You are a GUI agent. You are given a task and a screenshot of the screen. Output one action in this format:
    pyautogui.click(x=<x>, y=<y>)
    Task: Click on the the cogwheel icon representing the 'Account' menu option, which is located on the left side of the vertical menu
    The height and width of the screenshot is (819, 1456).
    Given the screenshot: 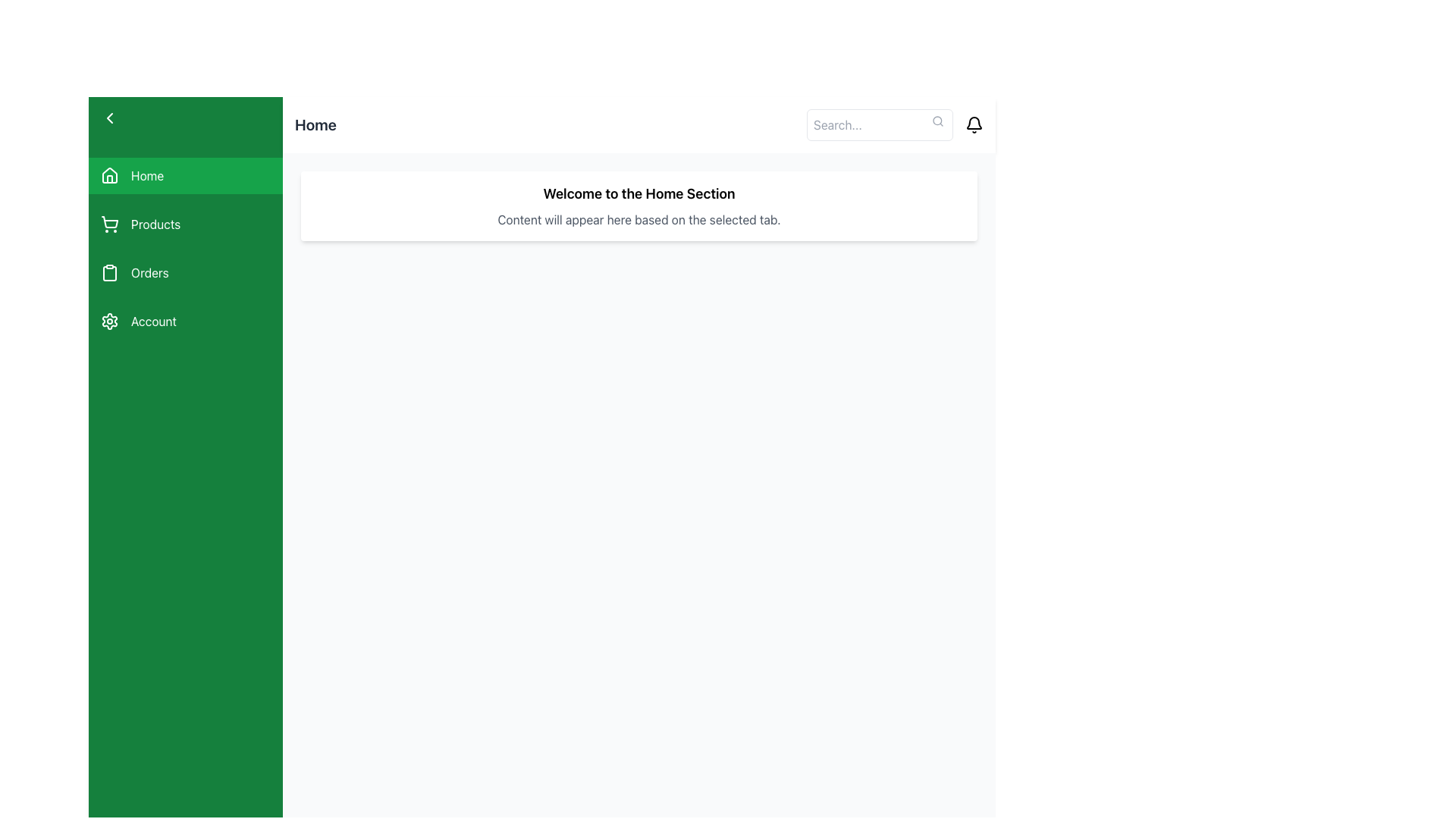 What is the action you would take?
    pyautogui.click(x=108, y=321)
    